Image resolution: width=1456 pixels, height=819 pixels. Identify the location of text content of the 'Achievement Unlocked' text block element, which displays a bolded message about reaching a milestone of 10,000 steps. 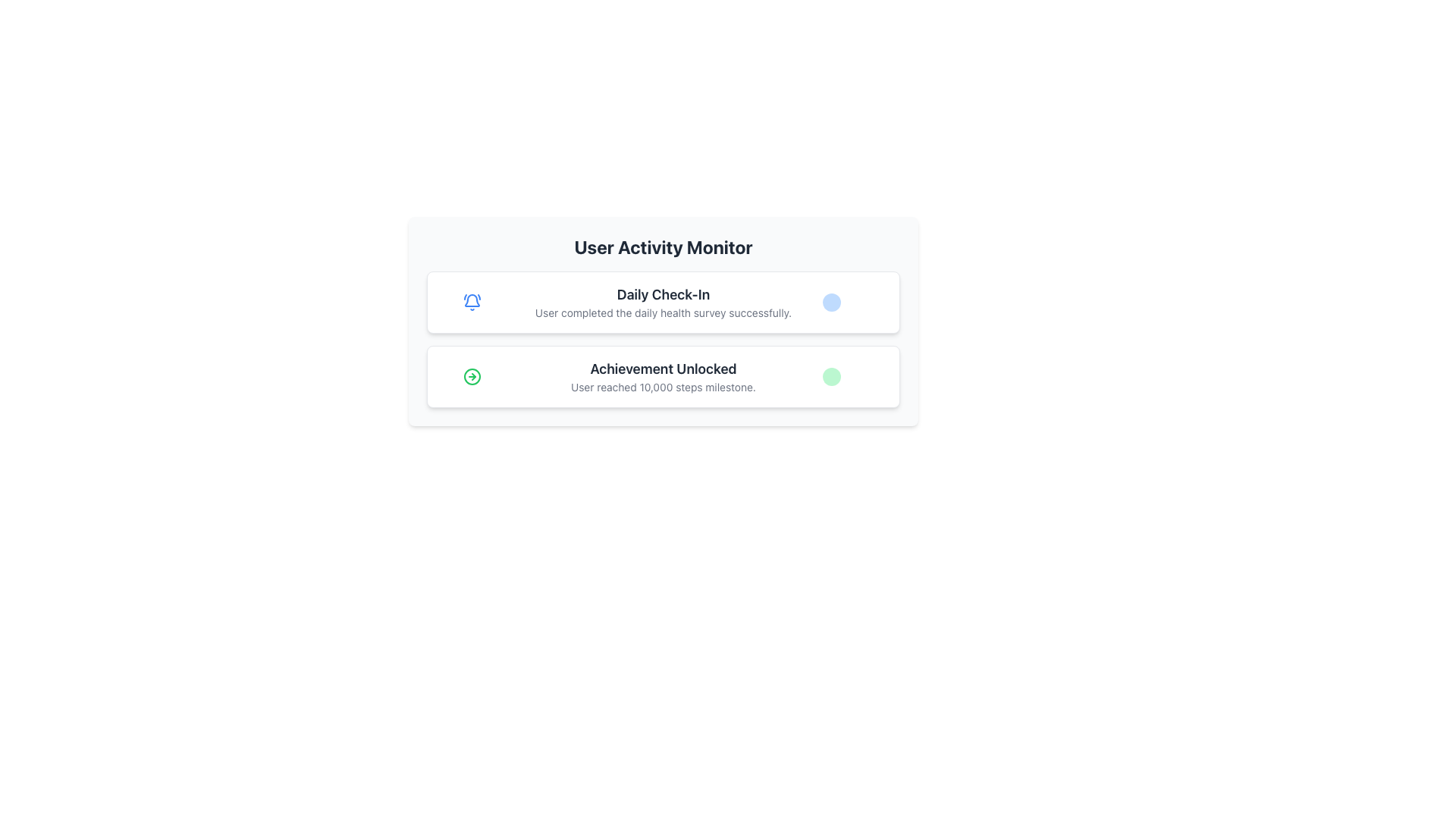
(663, 376).